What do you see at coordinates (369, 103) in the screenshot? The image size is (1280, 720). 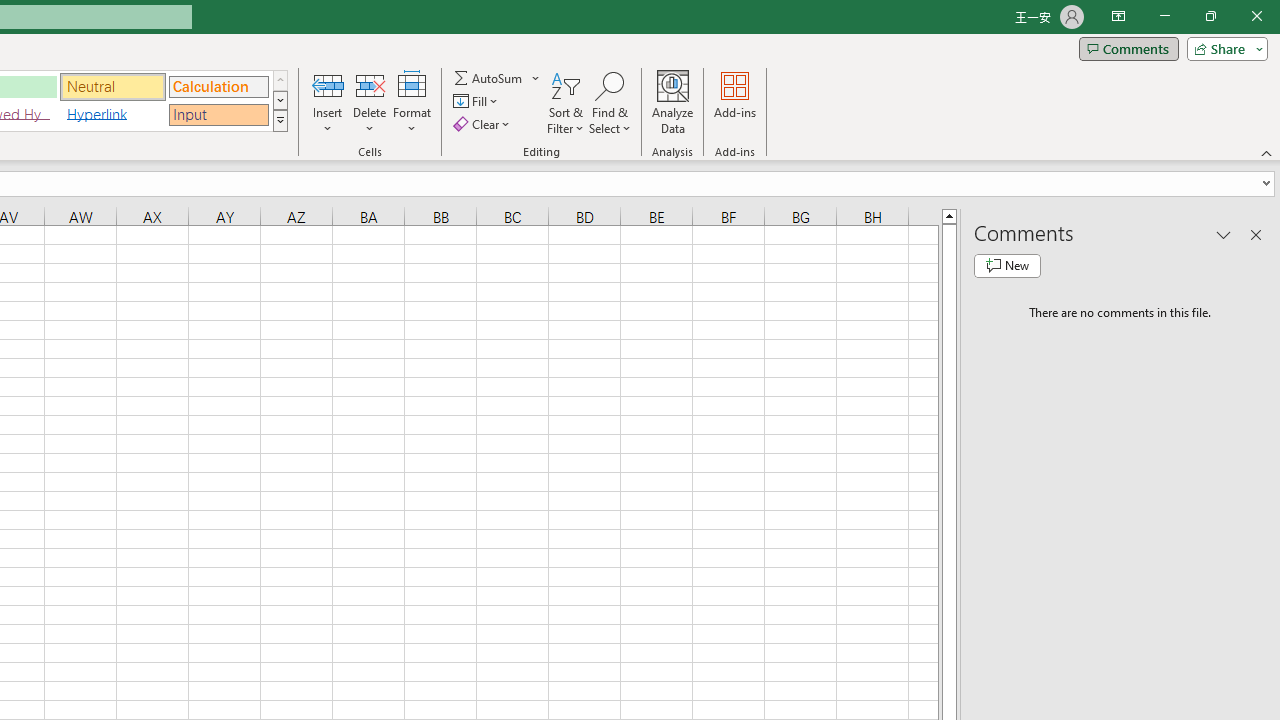 I see `'Delete'` at bounding box center [369, 103].